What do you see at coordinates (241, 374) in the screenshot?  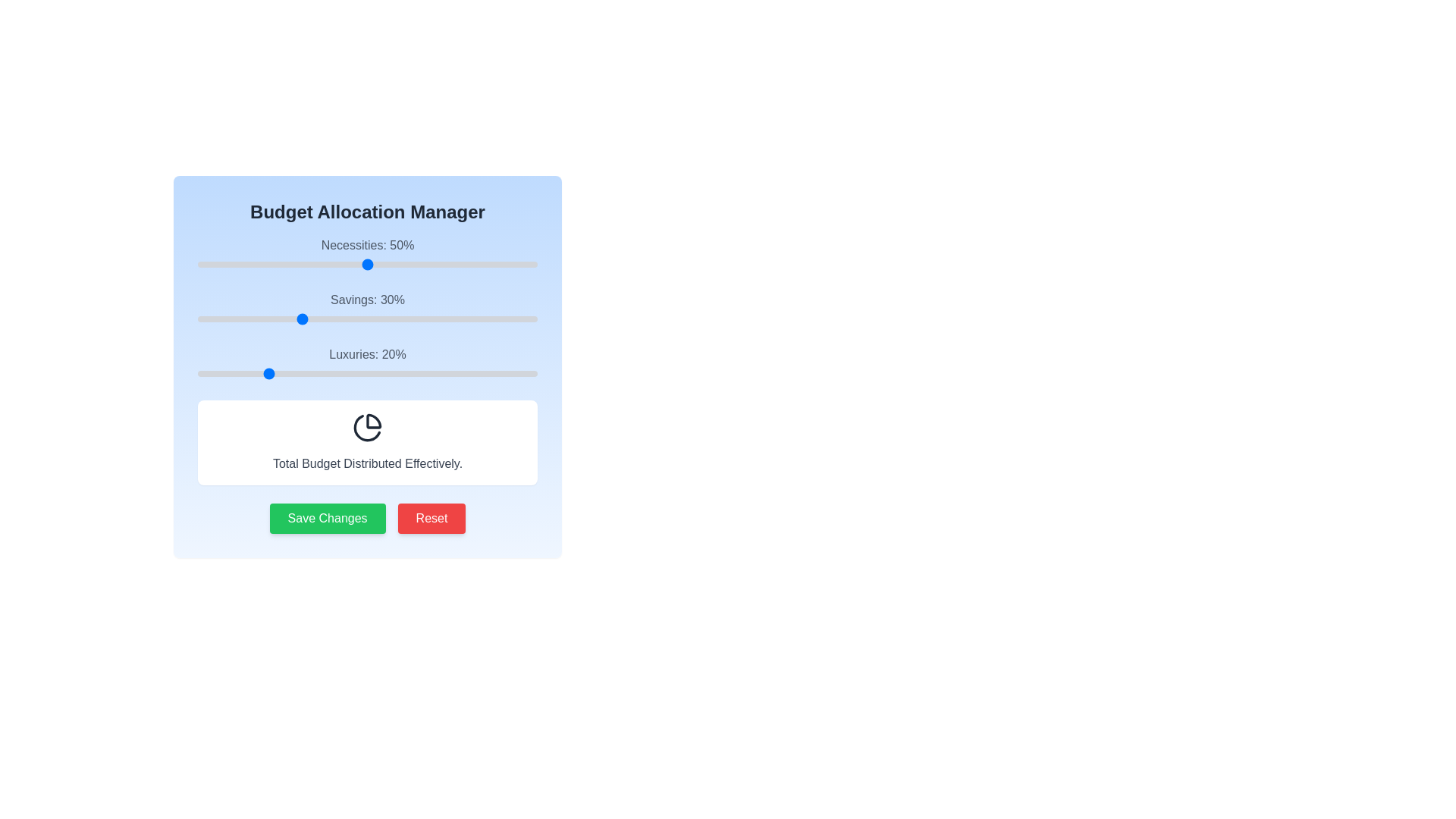 I see `the luxuries allocation` at bounding box center [241, 374].